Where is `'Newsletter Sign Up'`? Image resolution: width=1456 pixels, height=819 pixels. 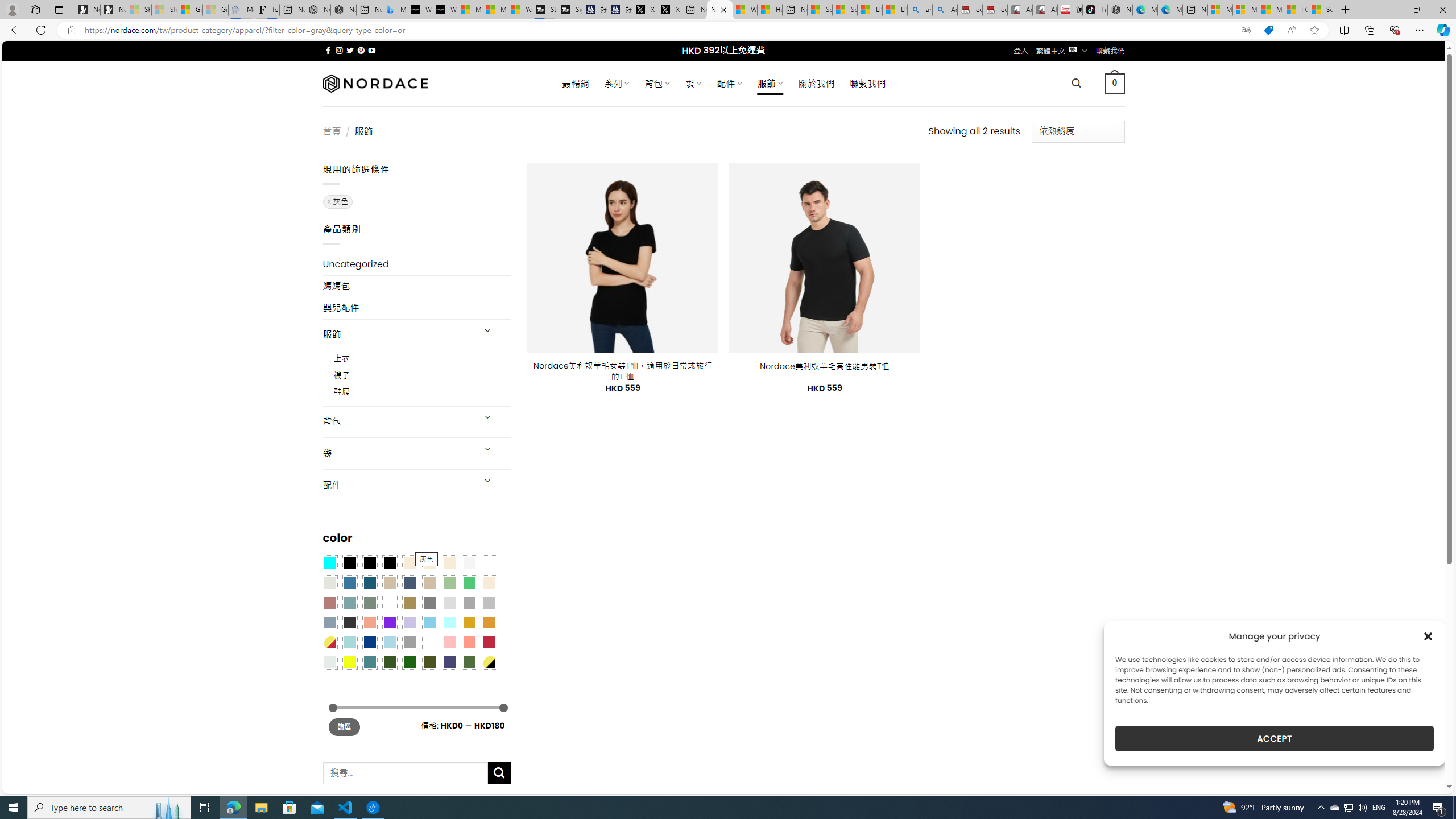
'Newsletter Sign Up' is located at coordinates (113, 9).